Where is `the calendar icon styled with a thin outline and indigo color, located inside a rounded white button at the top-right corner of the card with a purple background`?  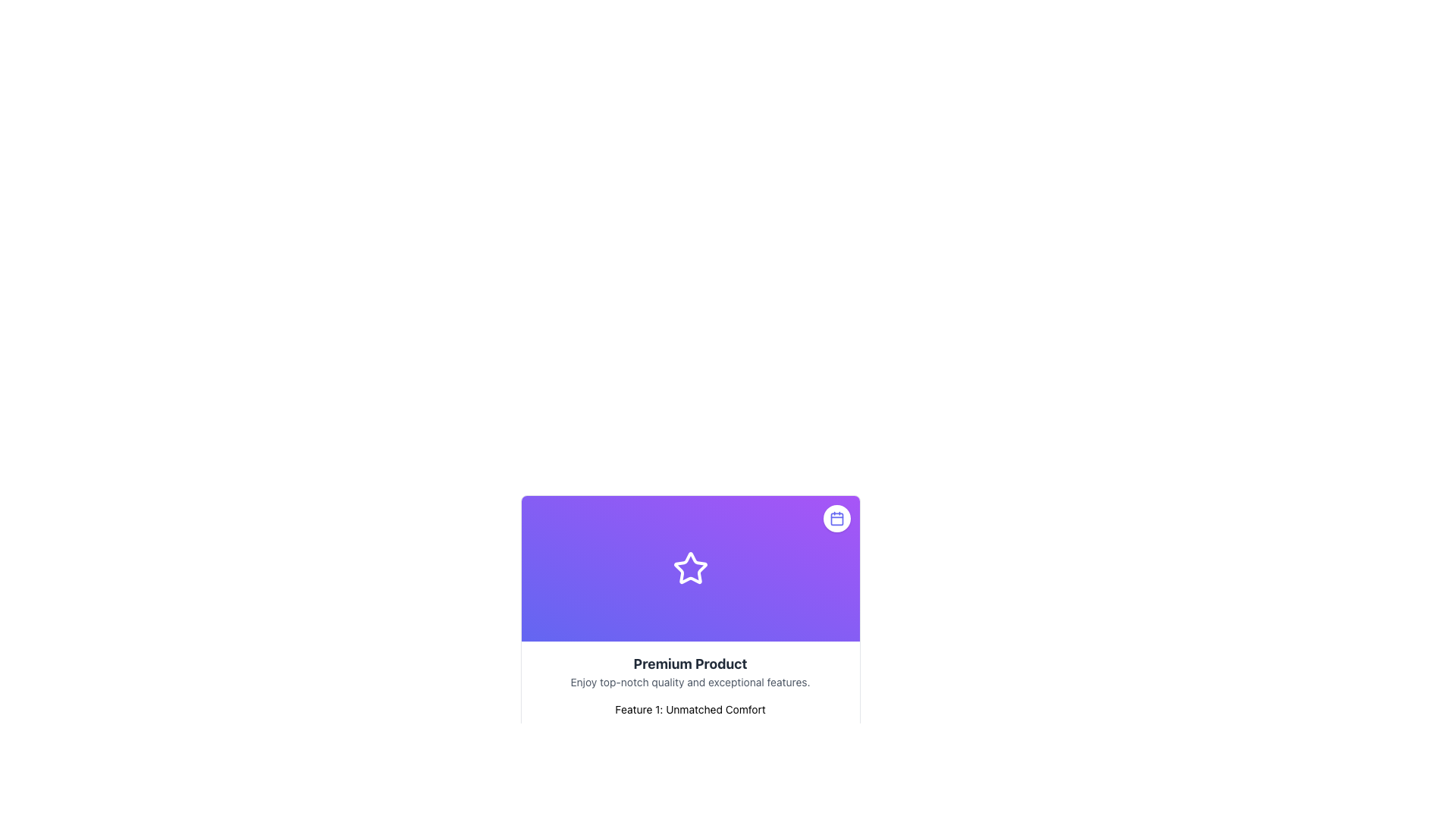 the calendar icon styled with a thin outline and indigo color, located inside a rounded white button at the top-right corner of the card with a purple background is located at coordinates (836, 517).